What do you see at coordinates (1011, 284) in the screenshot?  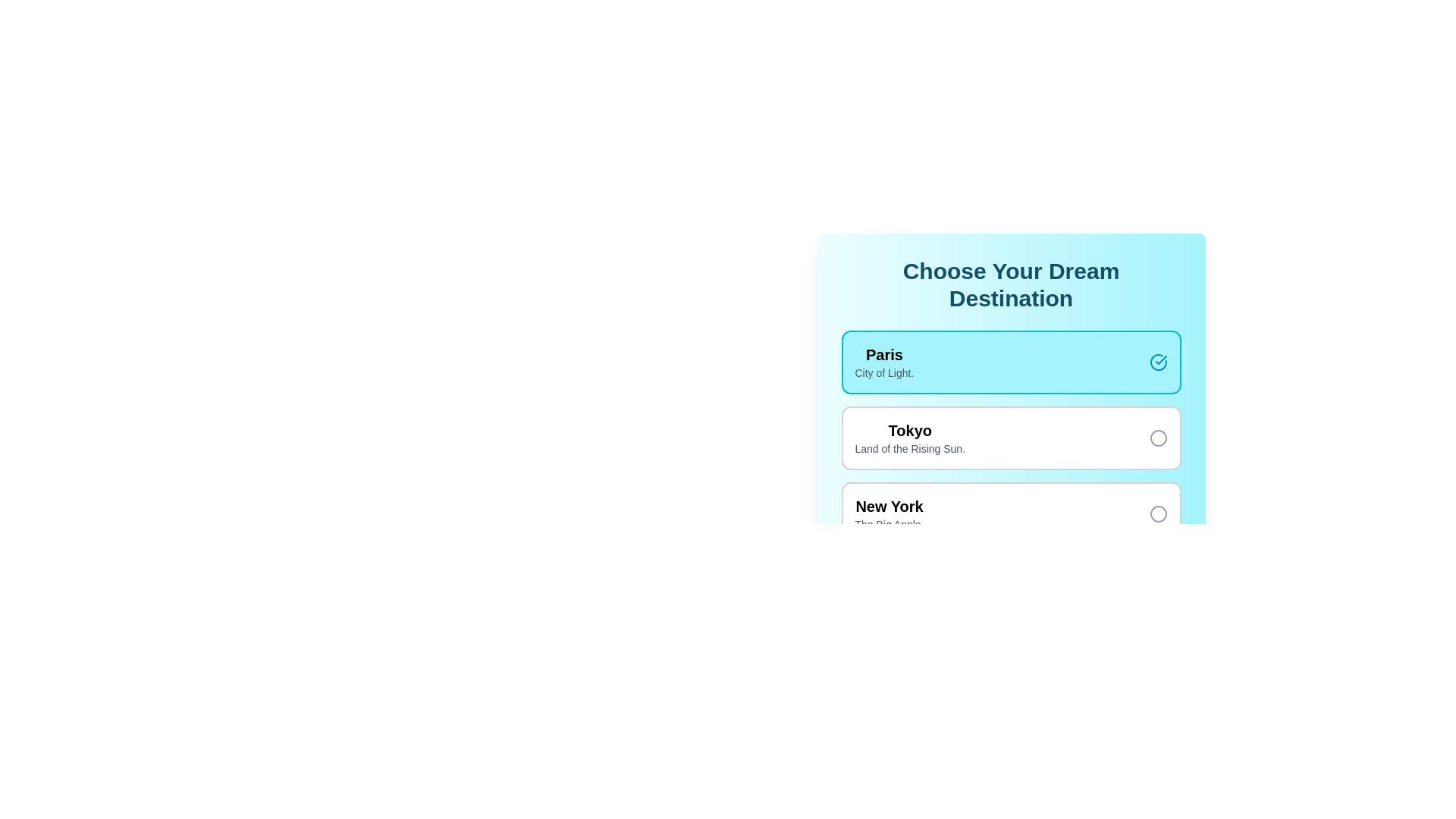 I see `the heading element that introduces selectable destination options, positioned at the top of the list` at bounding box center [1011, 284].